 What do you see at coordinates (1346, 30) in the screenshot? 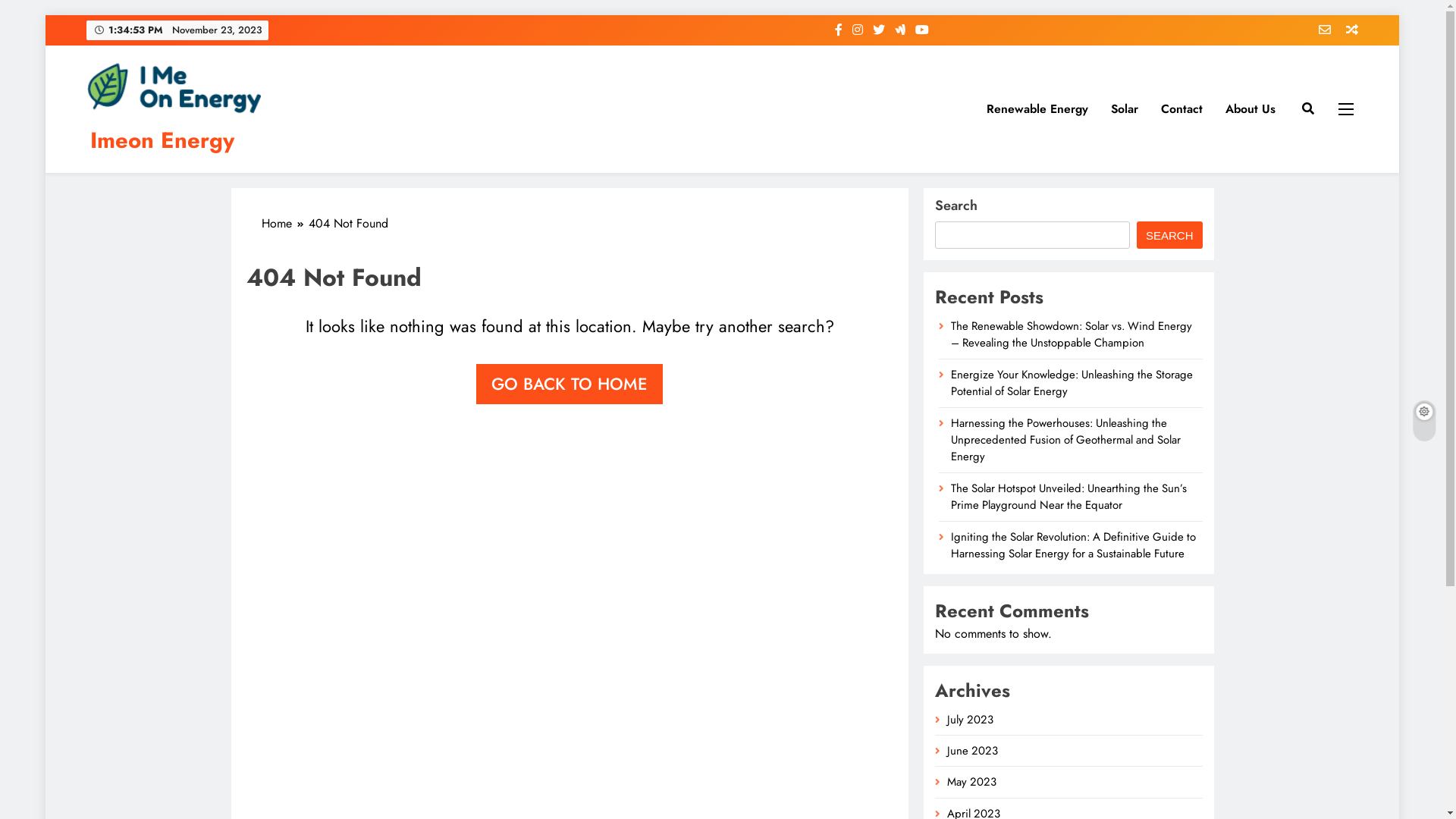
I see `'Random News'` at bounding box center [1346, 30].